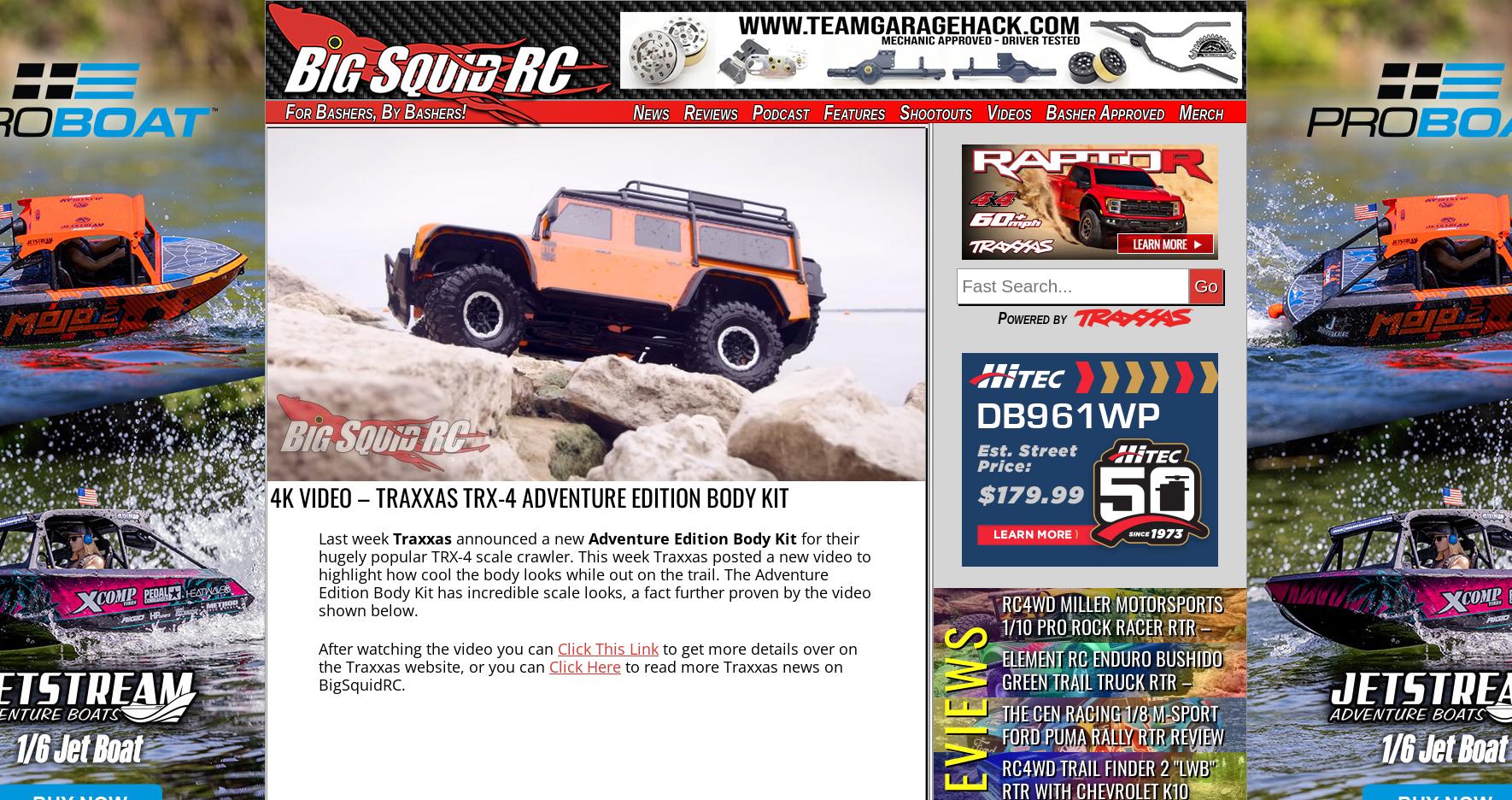 The width and height of the screenshot is (1512, 800). Describe the element at coordinates (693, 536) in the screenshot. I see `'Adventure Edition Body Kit'` at that location.